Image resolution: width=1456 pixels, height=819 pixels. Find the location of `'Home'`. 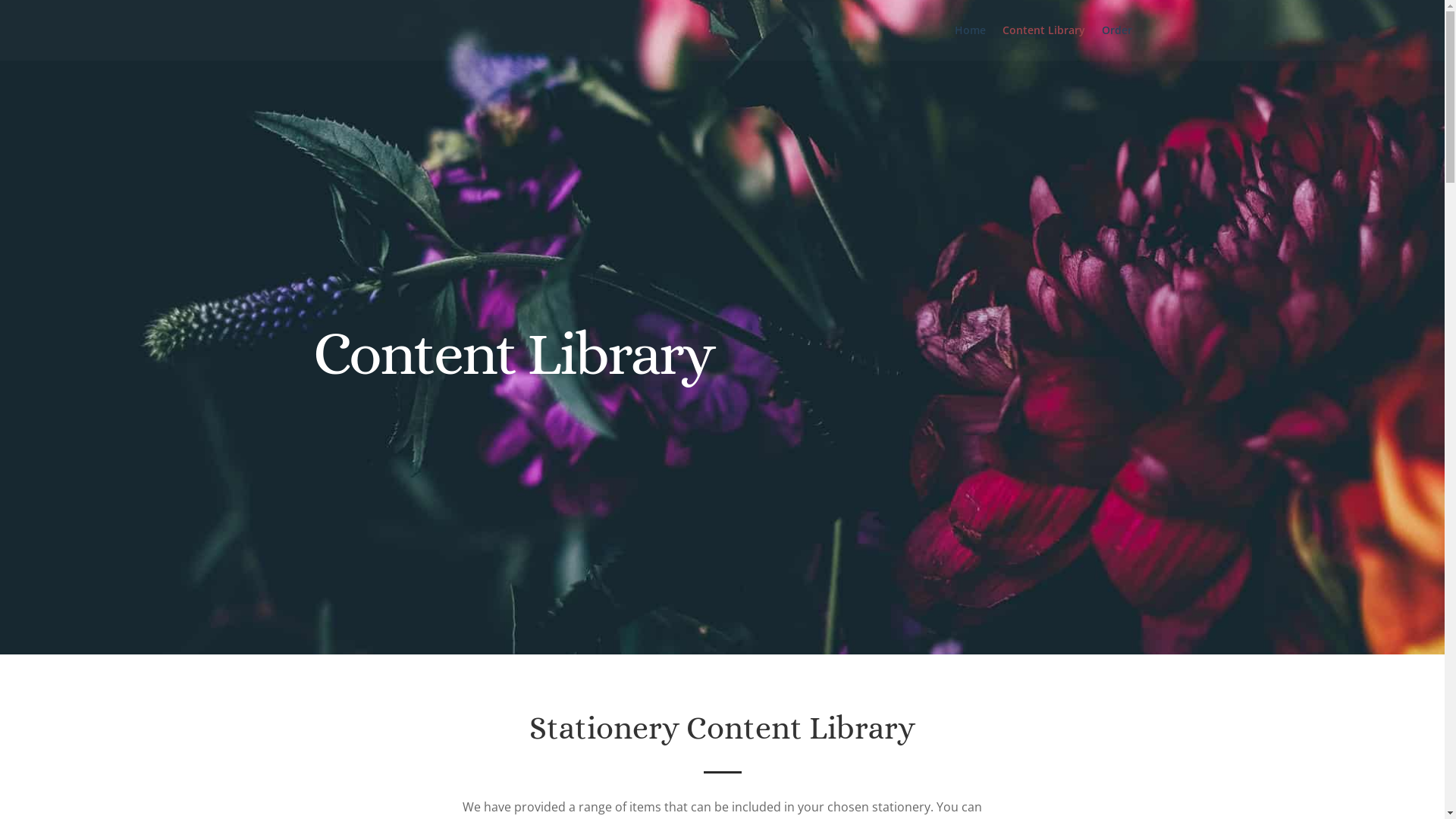

'Home' is located at coordinates (952, 42).